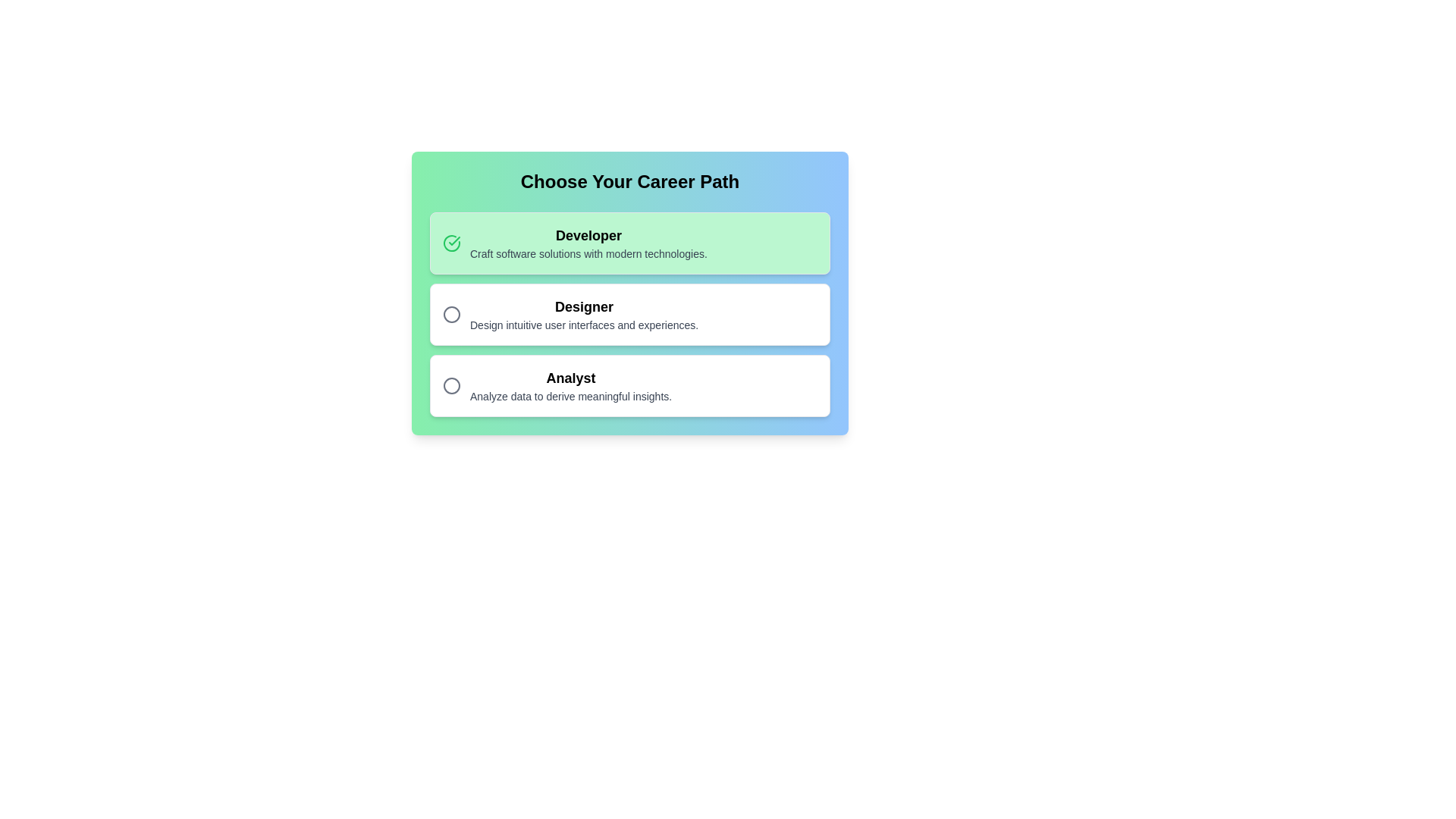 The image size is (1456, 819). I want to click on the small green check mark icon within the 'Developer' option of the vertically arranged selection menu, located near the left edge before the text label, so click(453, 240).